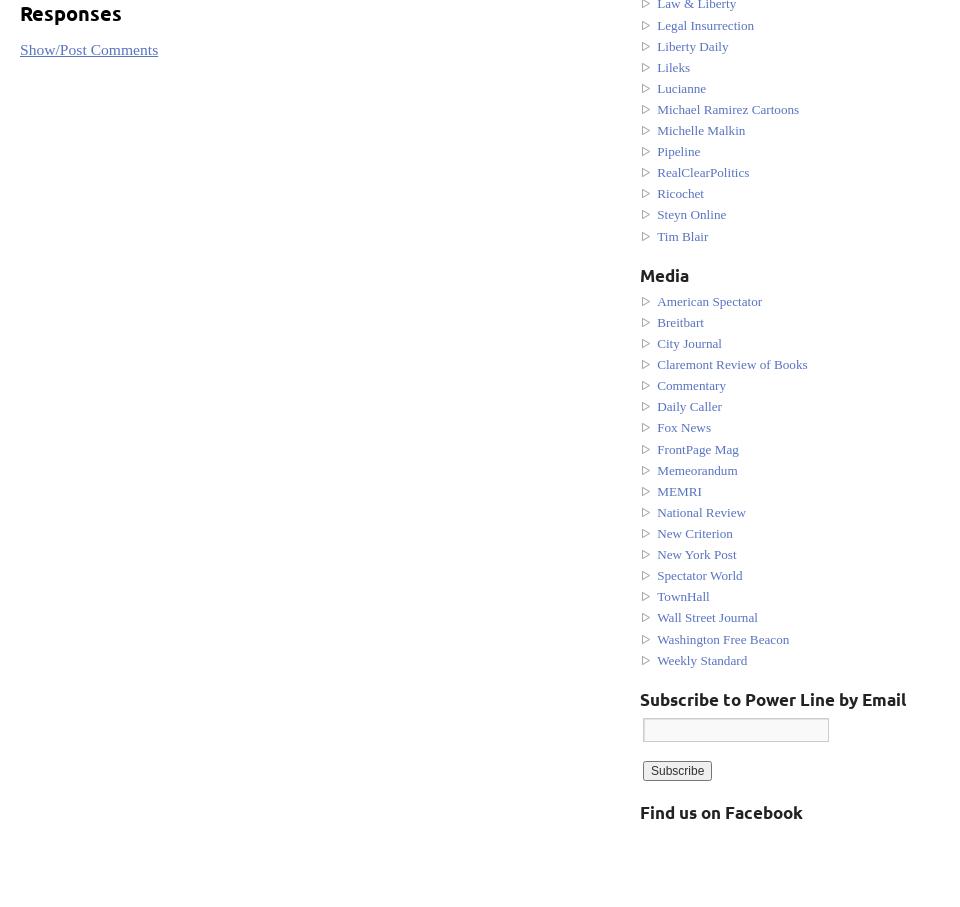 The width and height of the screenshot is (960, 907). What do you see at coordinates (684, 426) in the screenshot?
I see `'Fox News'` at bounding box center [684, 426].